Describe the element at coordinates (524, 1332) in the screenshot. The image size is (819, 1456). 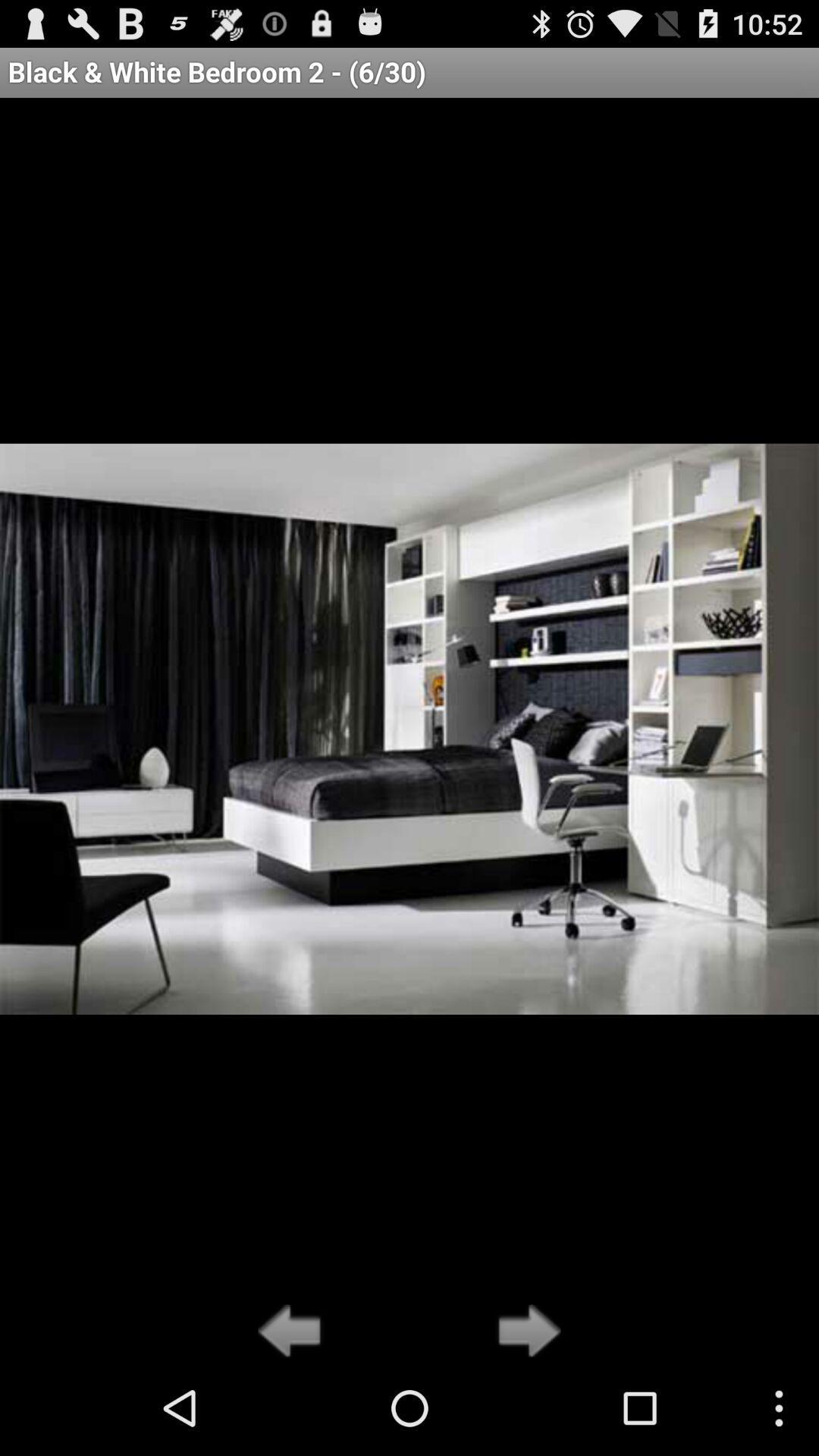
I see `next image` at that location.